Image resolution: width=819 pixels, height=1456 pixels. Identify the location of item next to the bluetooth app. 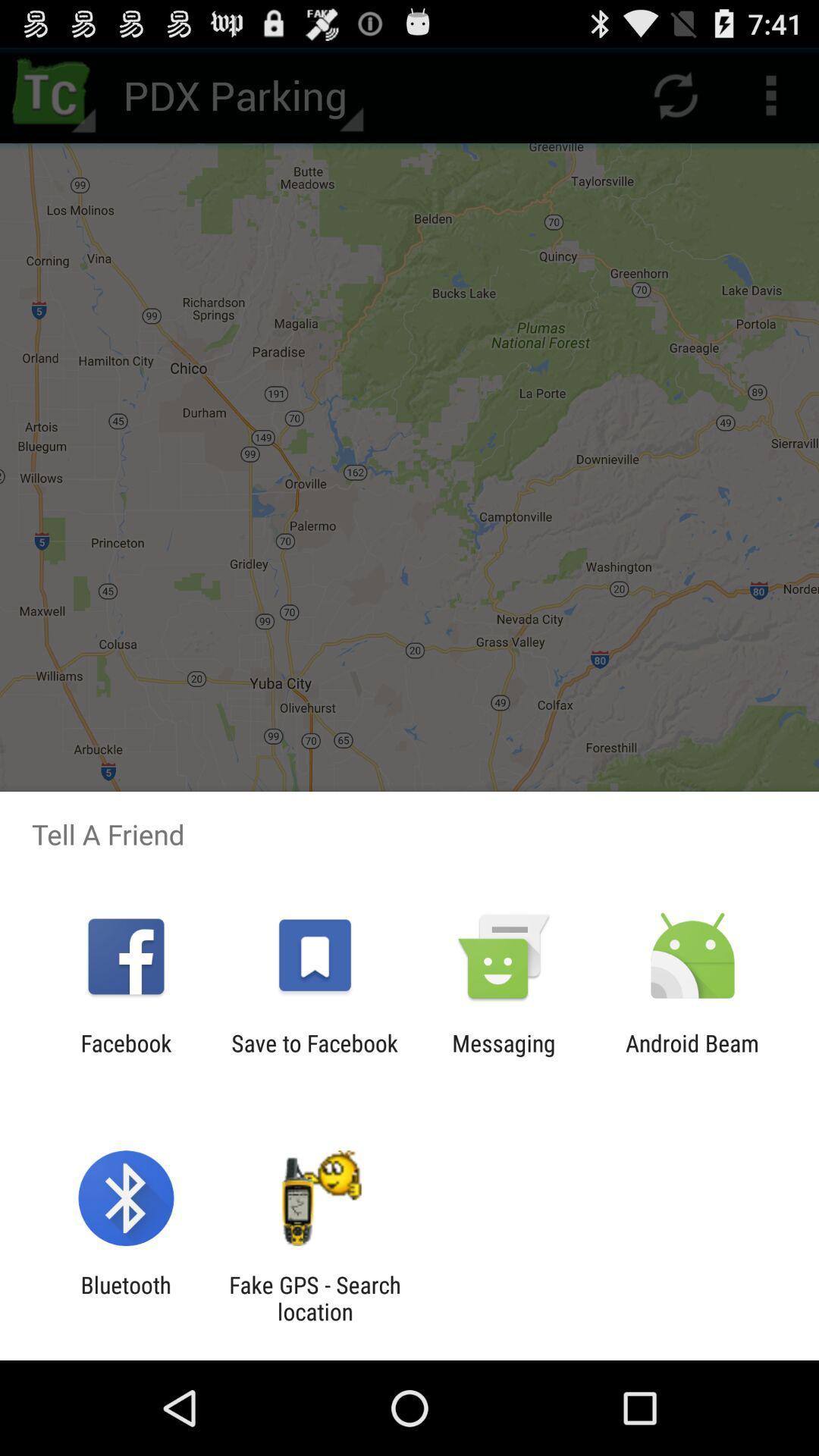
(314, 1298).